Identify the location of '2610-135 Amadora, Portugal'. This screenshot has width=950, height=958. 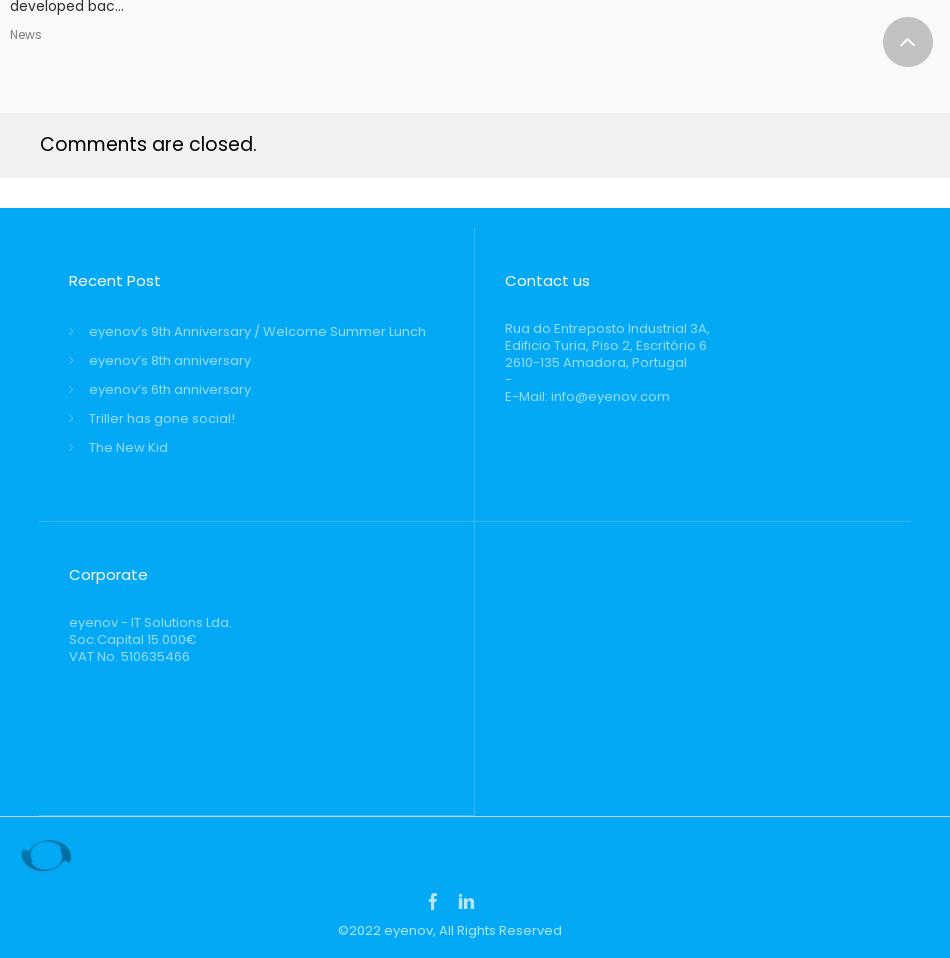
(596, 360).